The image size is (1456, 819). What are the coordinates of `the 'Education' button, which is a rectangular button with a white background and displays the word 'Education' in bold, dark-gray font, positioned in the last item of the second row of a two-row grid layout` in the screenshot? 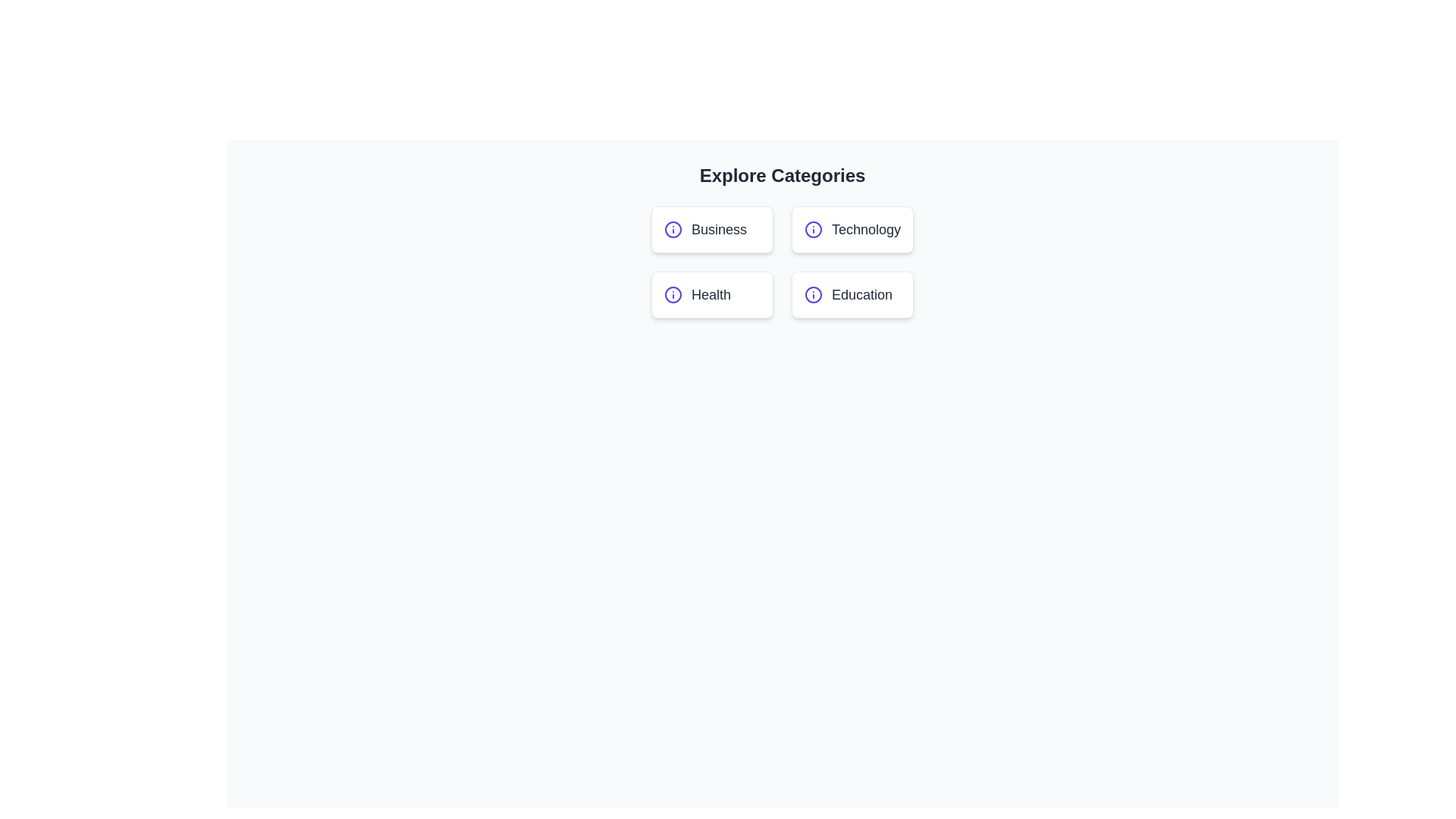 It's located at (852, 295).